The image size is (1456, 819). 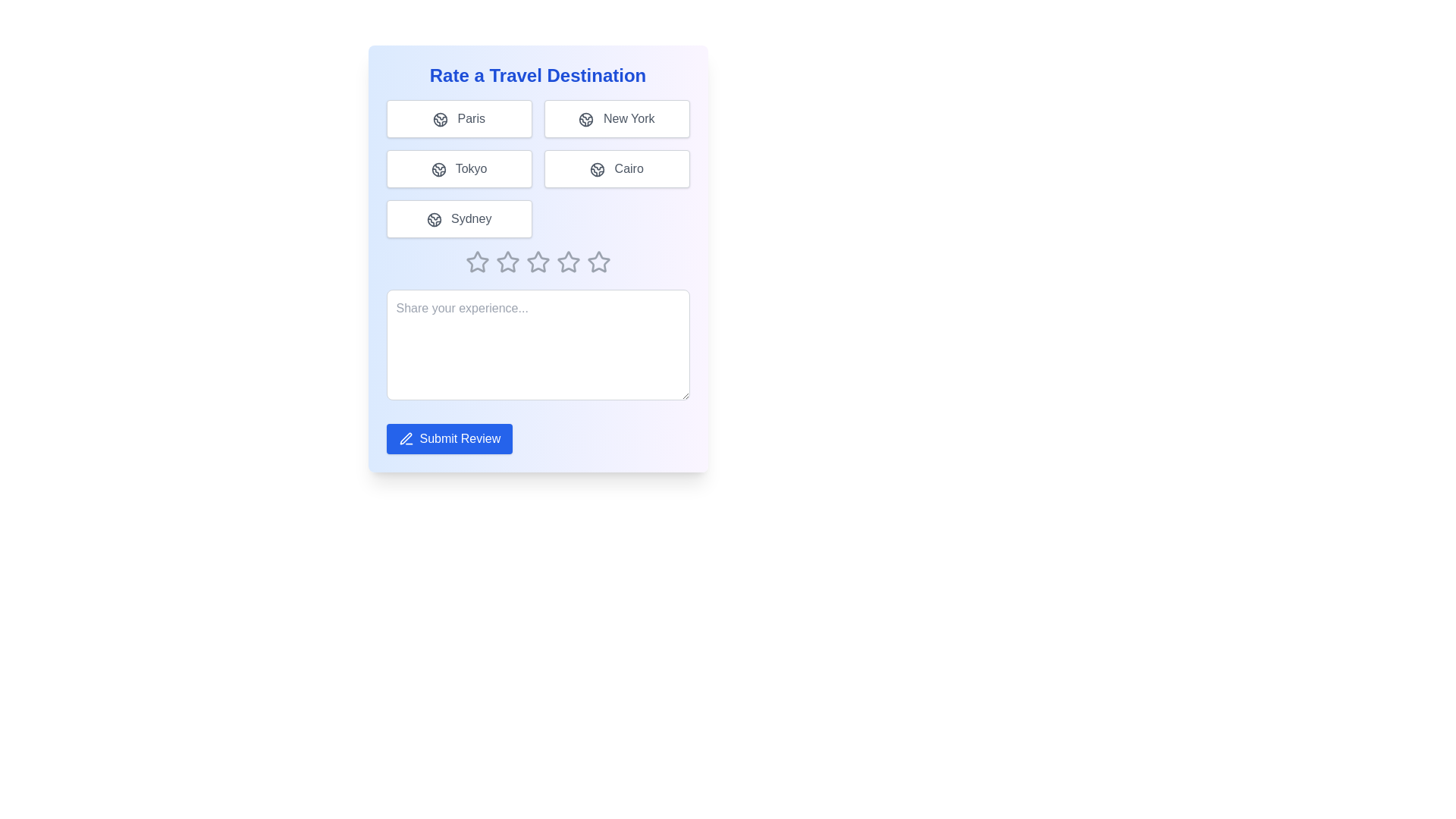 I want to click on the button representing a travel destination in the grid layout, so click(x=538, y=169).